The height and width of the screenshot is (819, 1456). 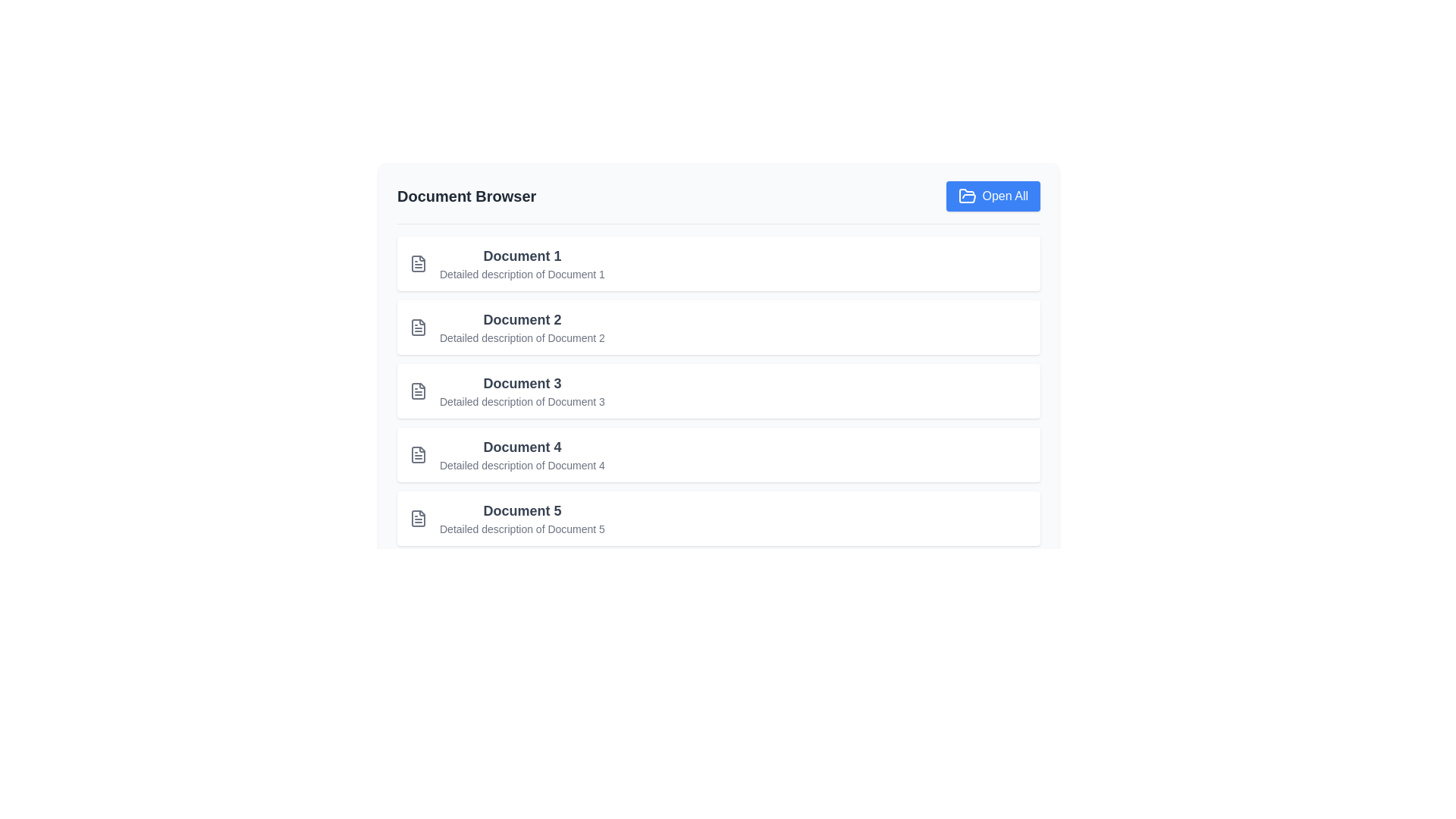 What do you see at coordinates (522, 382) in the screenshot?
I see `the text label displaying 'Document 3', which is styled in bold and larger font, positioned as the heading of the third card in the main content area` at bounding box center [522, 382].